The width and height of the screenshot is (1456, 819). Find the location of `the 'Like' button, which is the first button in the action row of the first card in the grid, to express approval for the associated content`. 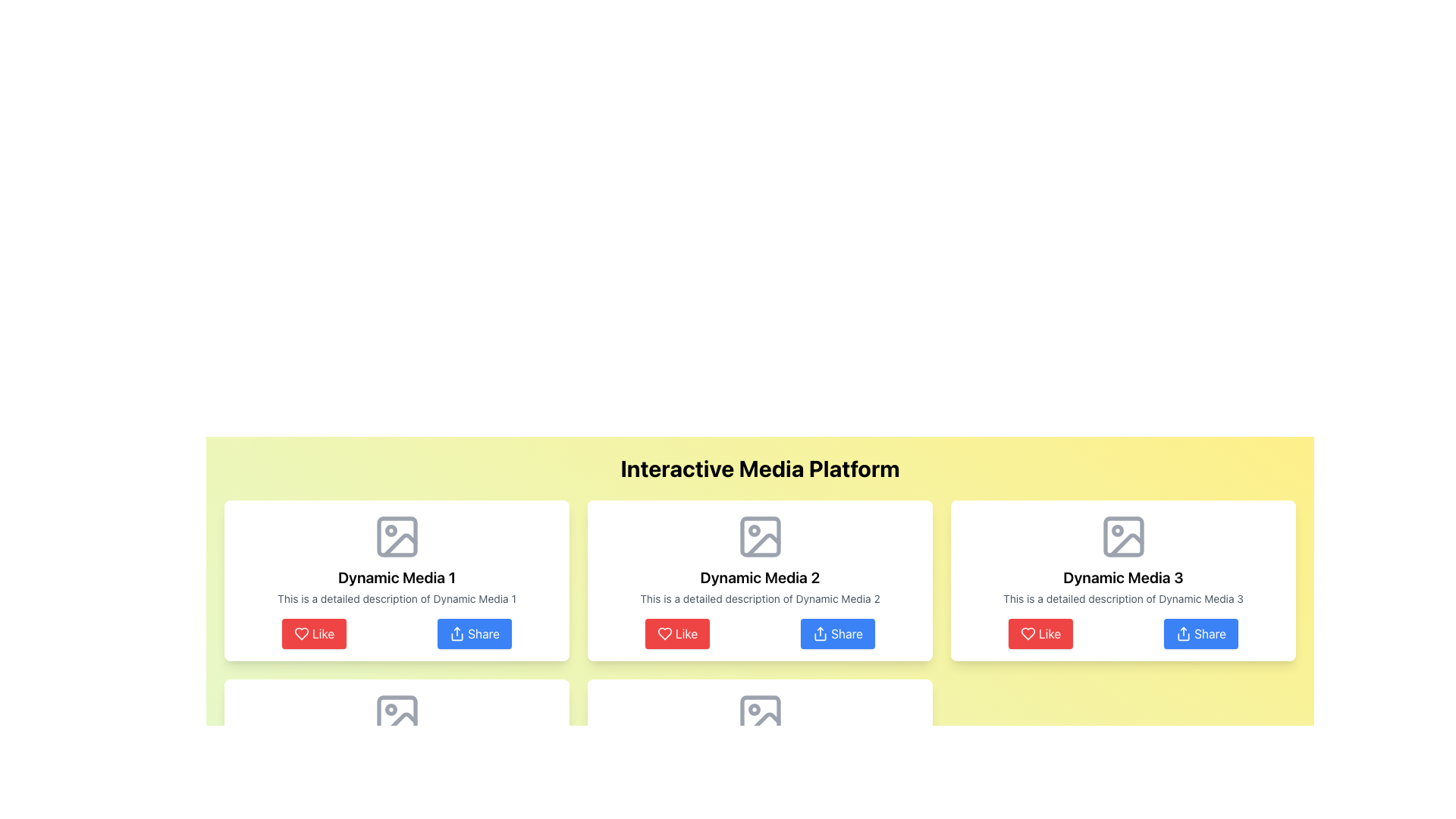

the 'Like' button, which is the first button in the action row of the first card in the grid, to express approval for the associated content is located at coordinates (313, 634).